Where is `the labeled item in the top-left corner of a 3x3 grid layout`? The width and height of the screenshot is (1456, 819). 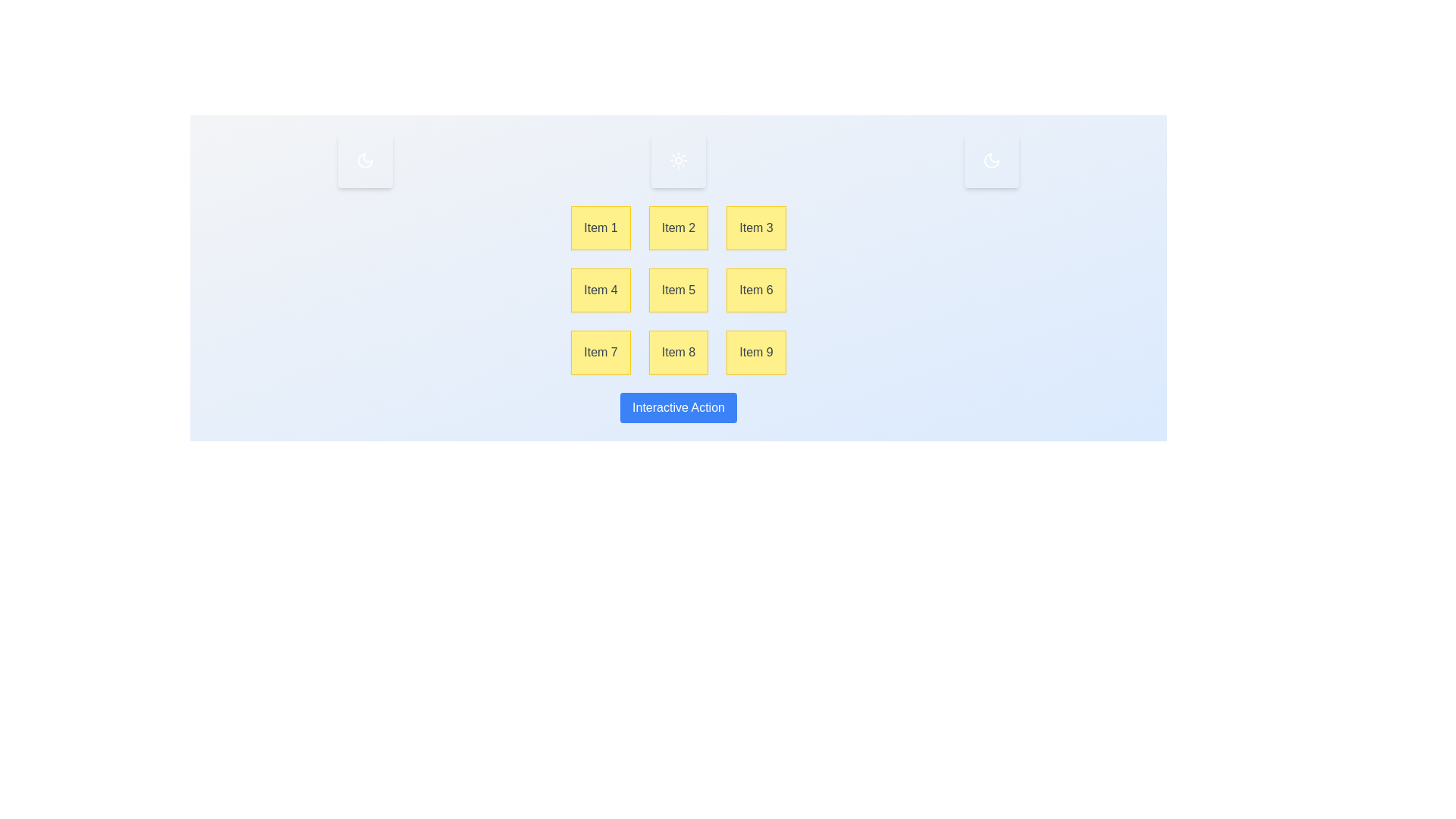 the labeled item in the top-left corner of a 3x3 grid layout is located at coordinates (600, 227).